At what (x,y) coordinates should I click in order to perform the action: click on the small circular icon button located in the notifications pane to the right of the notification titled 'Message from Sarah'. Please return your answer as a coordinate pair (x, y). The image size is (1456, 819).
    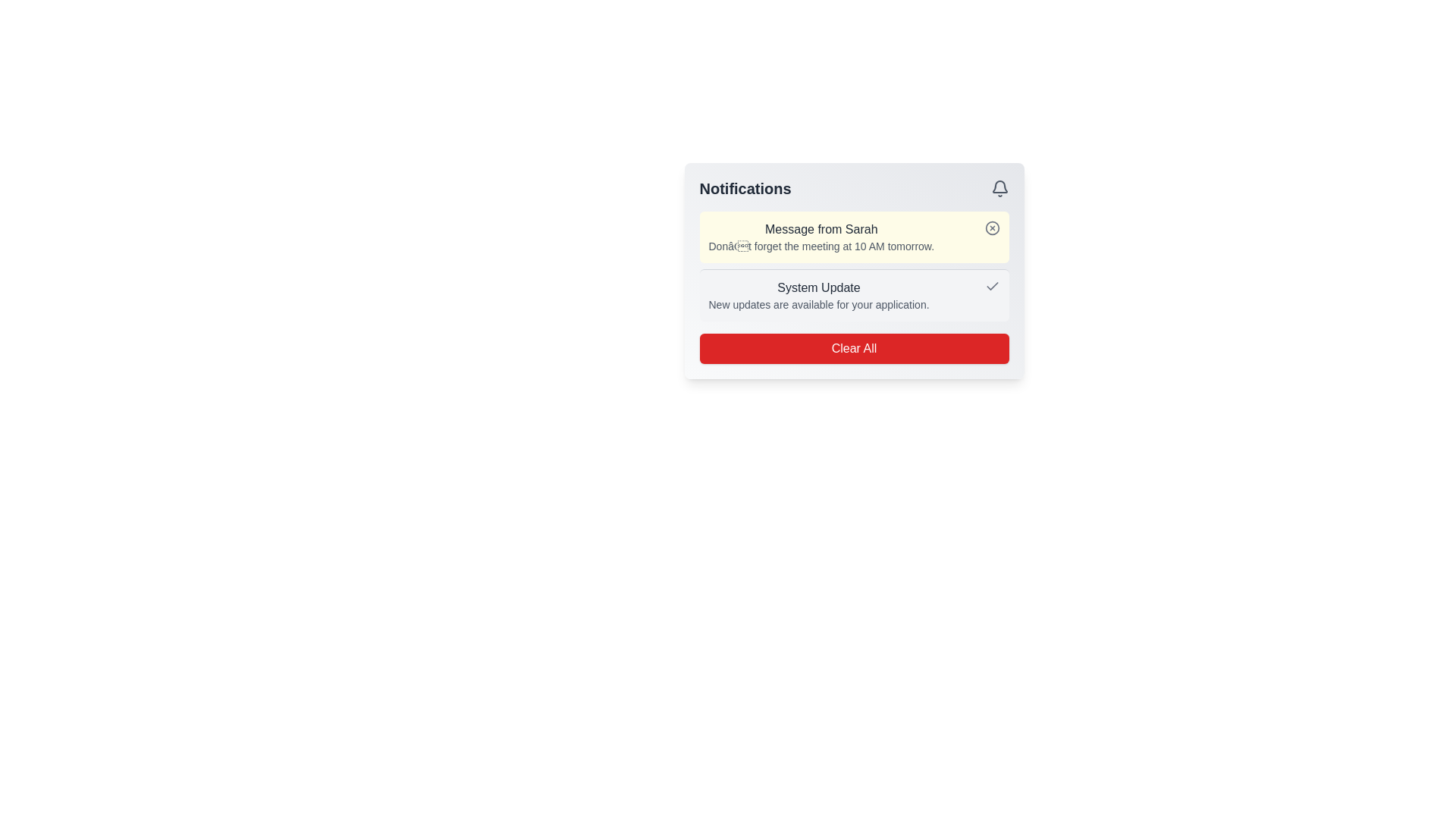
    Looking at the image, I should click on (992, 227).